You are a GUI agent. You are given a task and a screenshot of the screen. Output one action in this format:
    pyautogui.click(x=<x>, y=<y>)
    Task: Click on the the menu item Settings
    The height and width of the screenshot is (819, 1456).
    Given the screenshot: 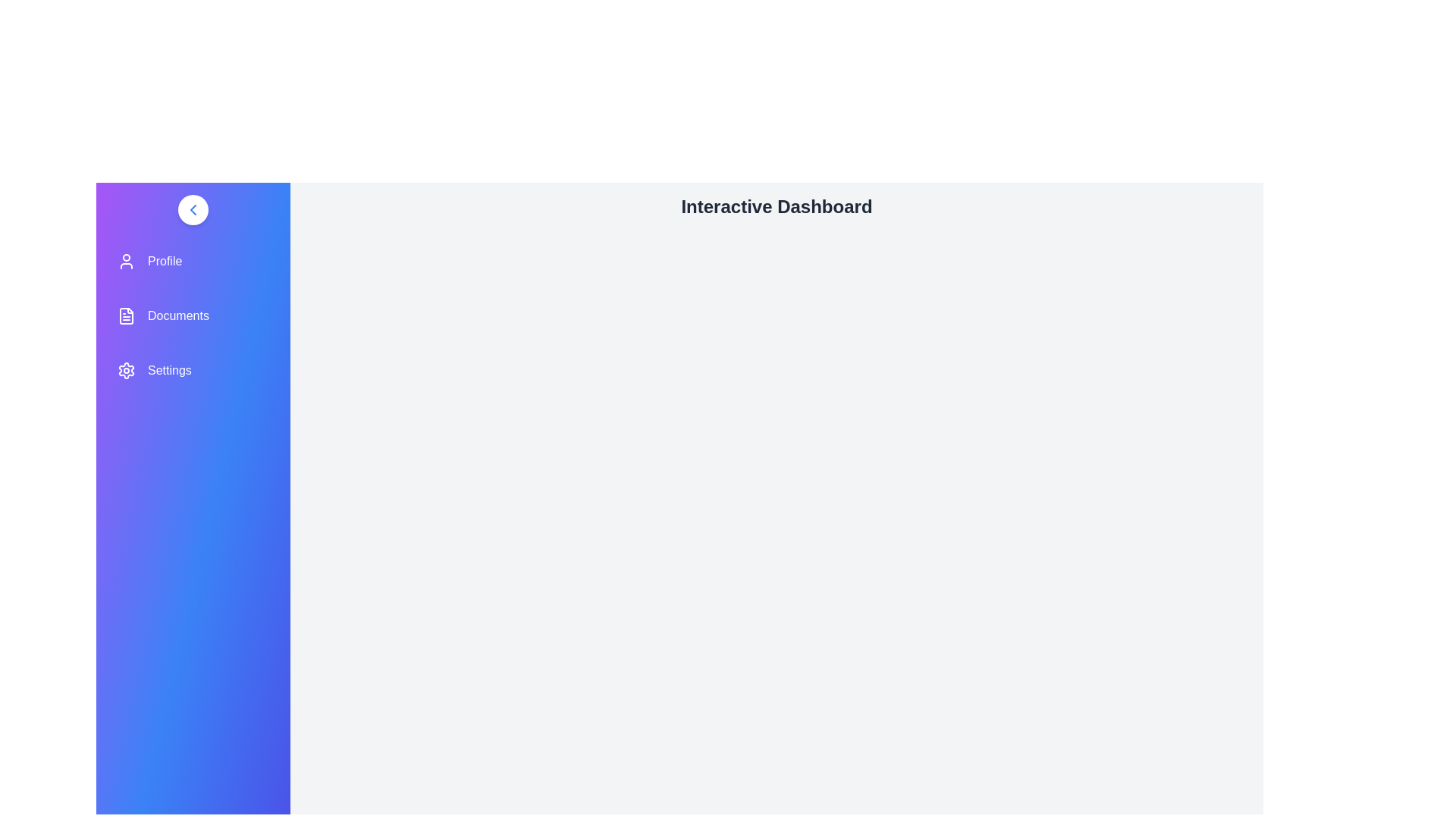 What is the action you would take?
    pyautogui.click(x=192, y=371)
    